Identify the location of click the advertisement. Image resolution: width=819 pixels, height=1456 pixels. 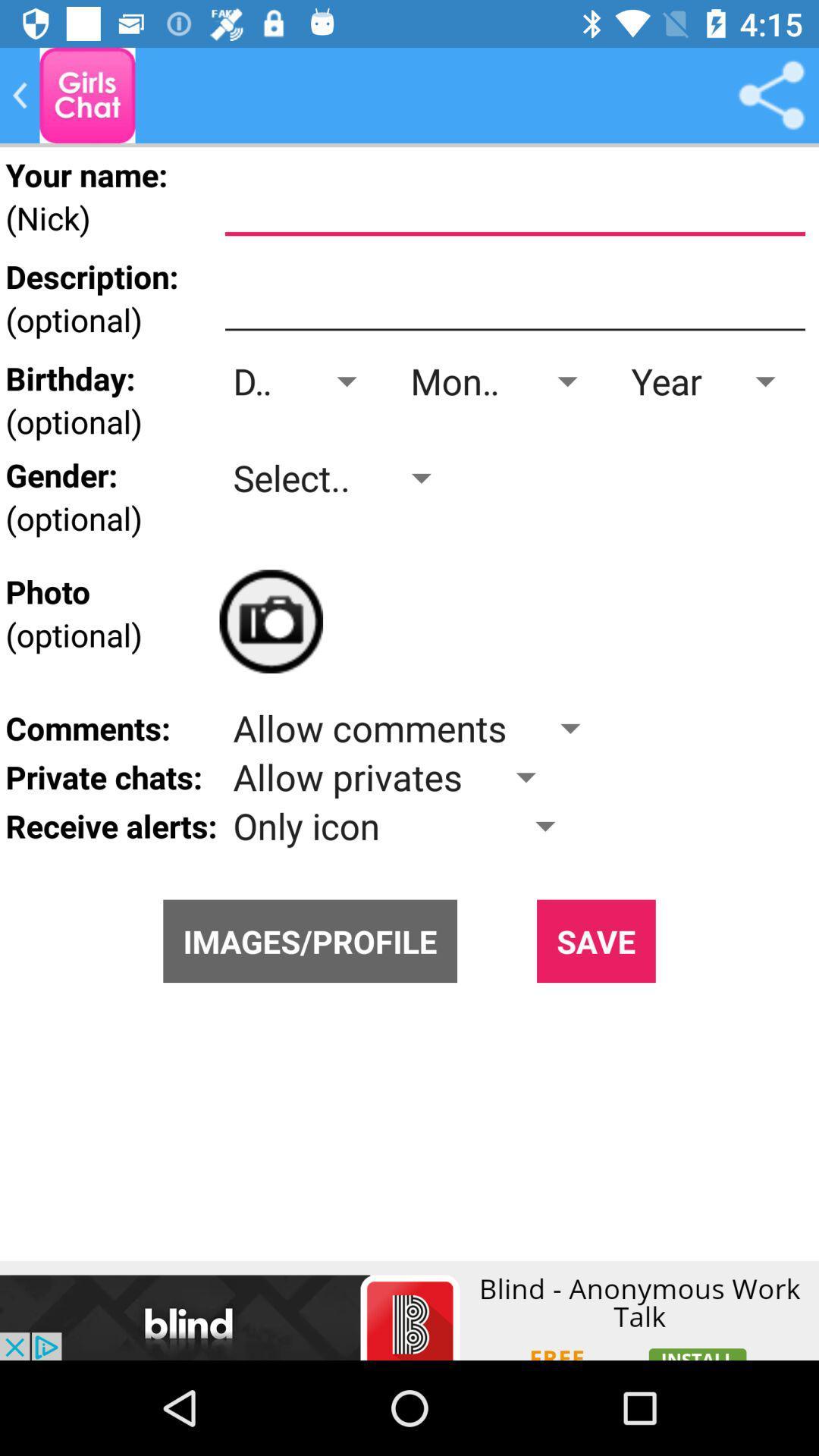
(409, 1310).